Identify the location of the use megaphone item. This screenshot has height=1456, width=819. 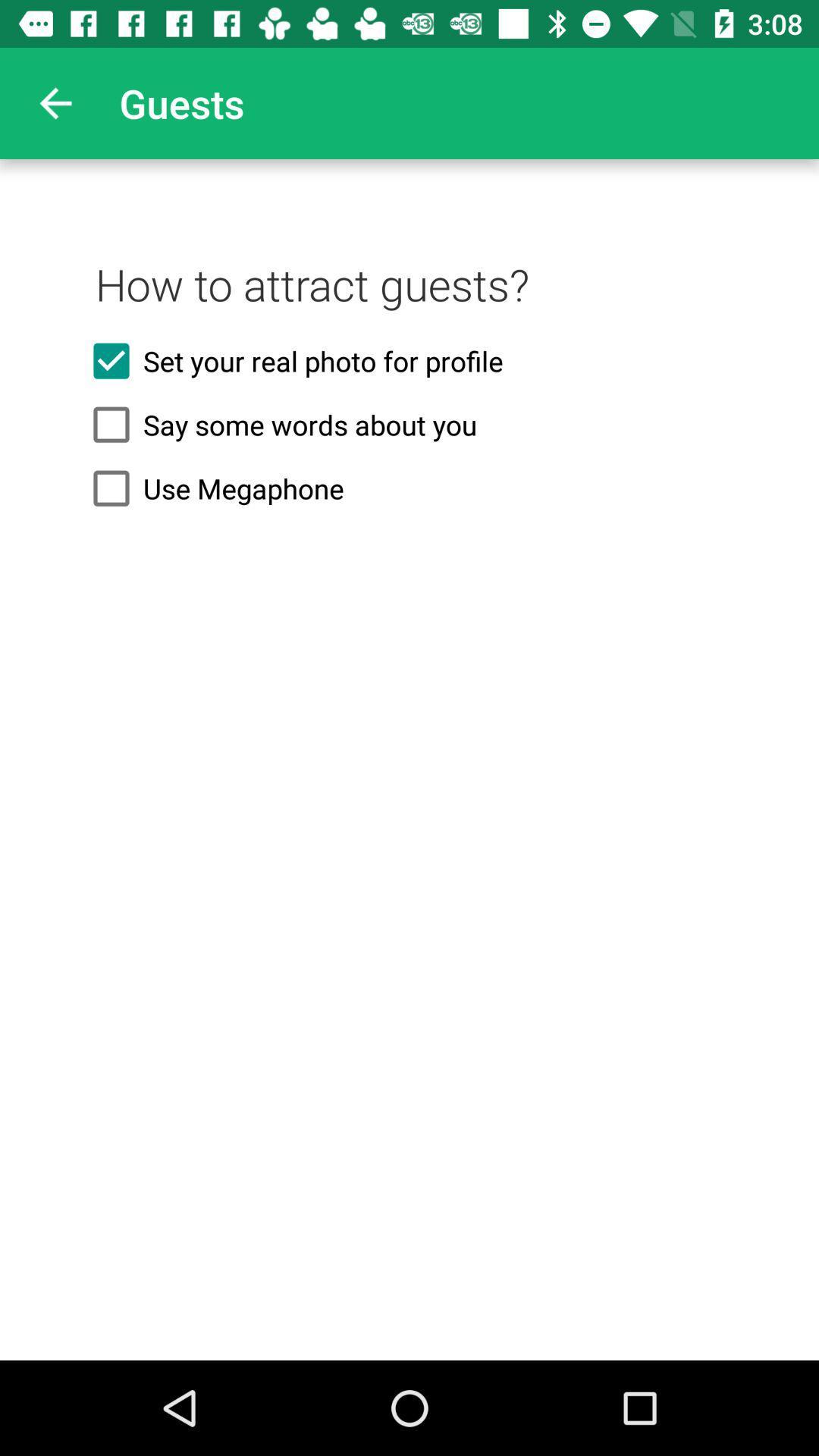
(409, 488).